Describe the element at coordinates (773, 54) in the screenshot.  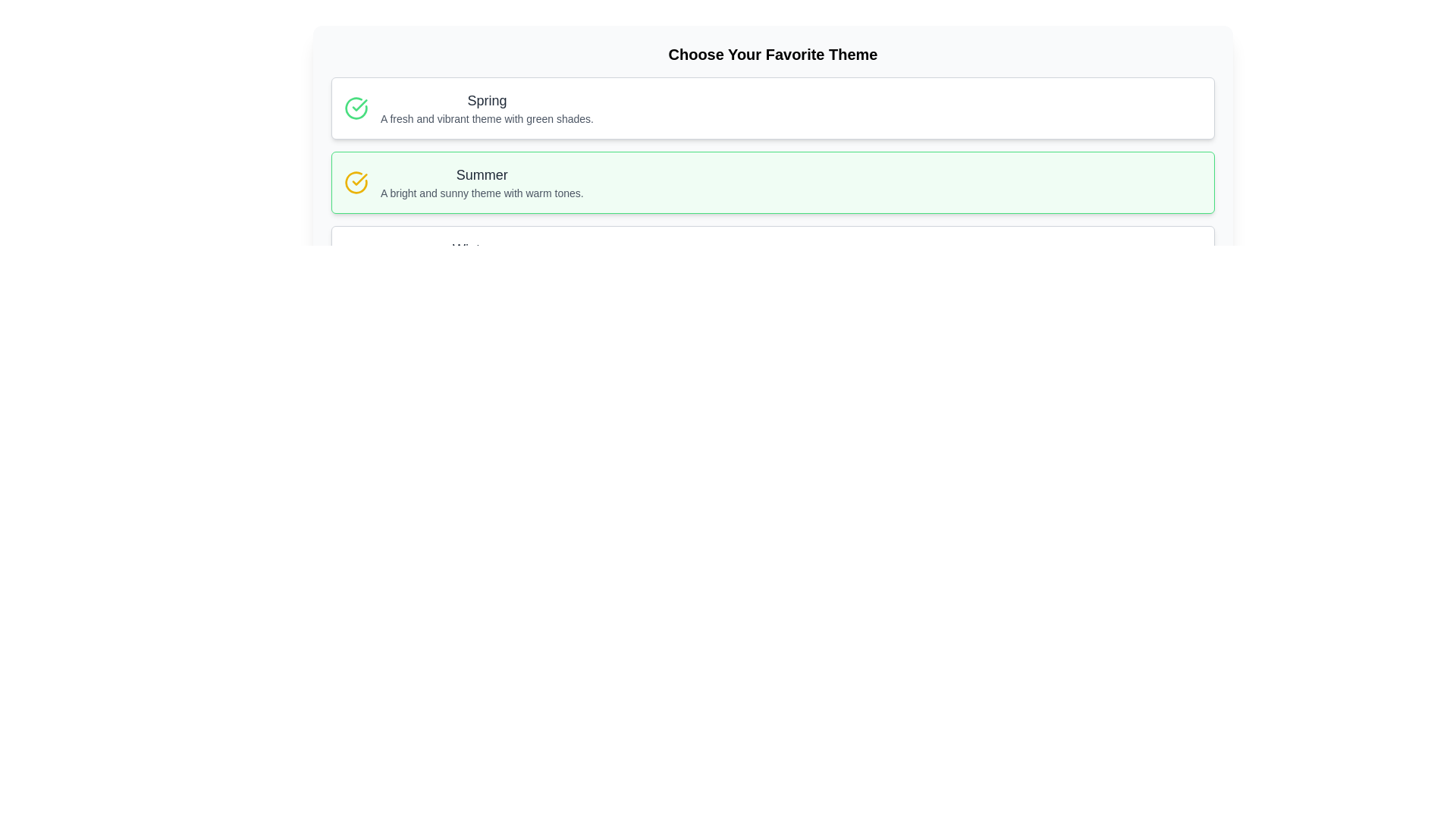
I see `bold header text 'Choose Your Favorite Theme' which is centered at the top of the theme selection interface` at that location.